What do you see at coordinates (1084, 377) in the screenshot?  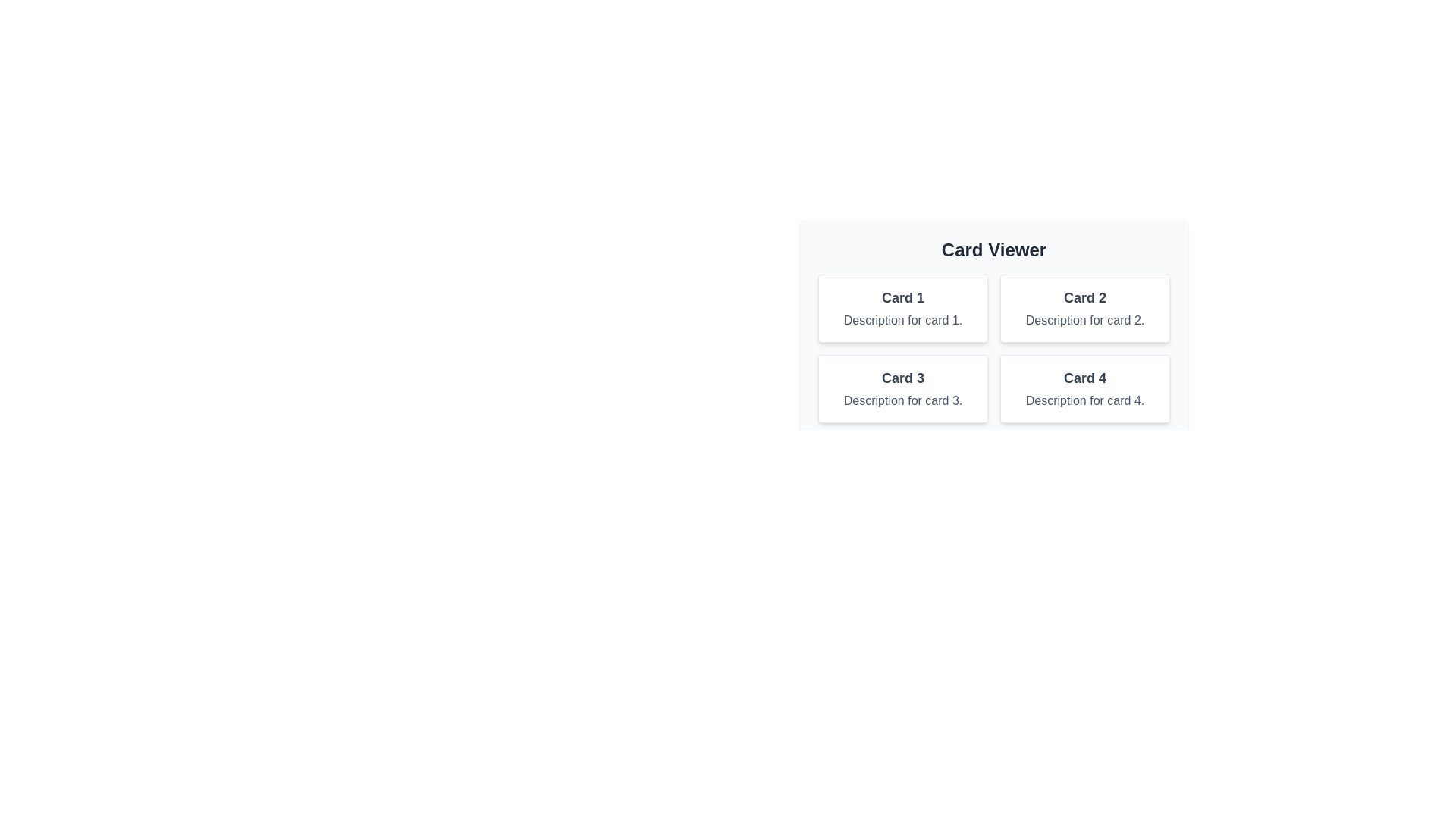 I see `the text label that serves as the title of the card, positioned above the description text in the lower-right card of a 2x2 grid layout` at bounding box center [1084, 377].